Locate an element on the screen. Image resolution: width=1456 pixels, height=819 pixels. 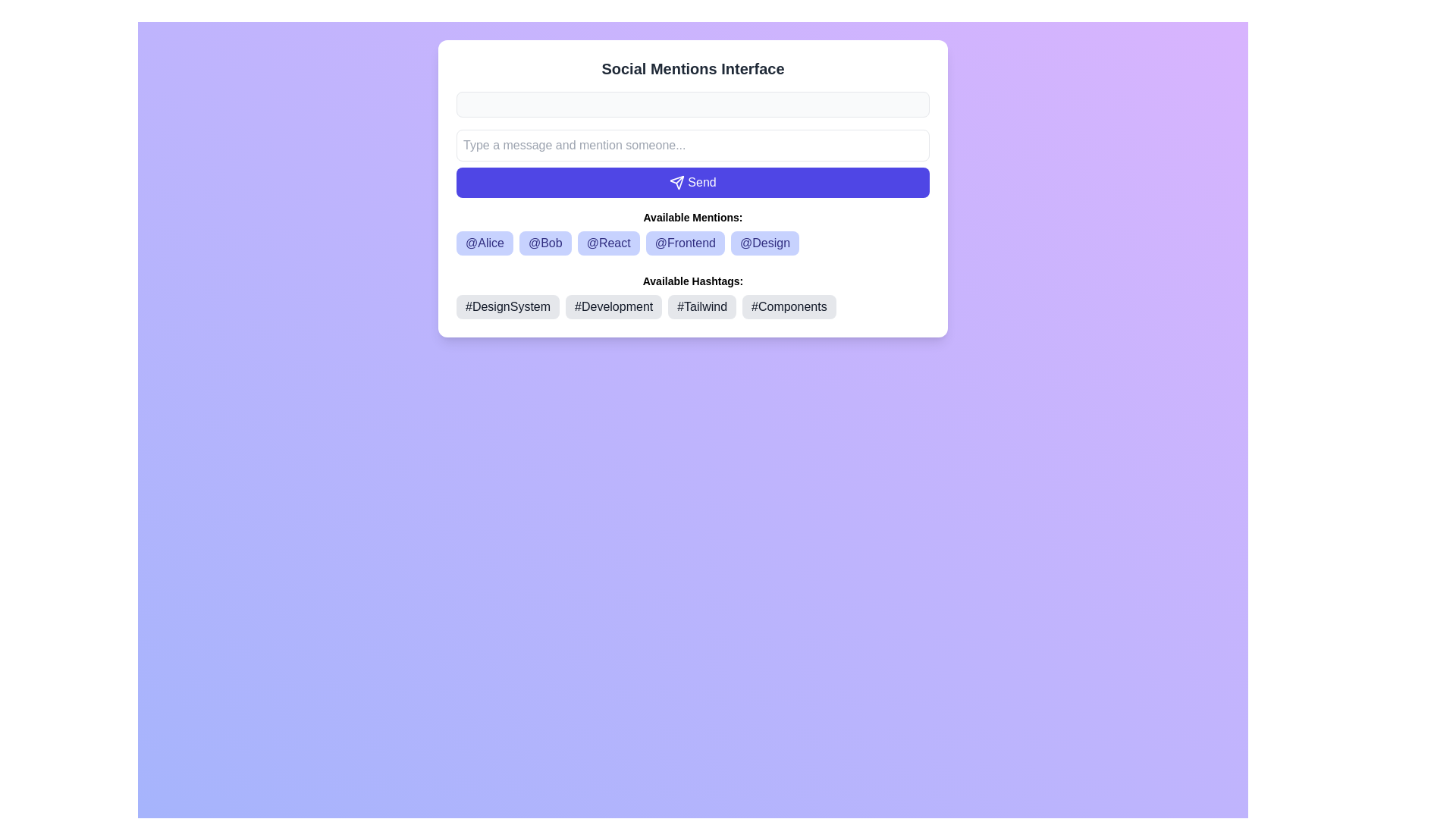
the selectable hashtag label representing 'Tailwind', which is the third item in a row of four hashtags displayed below the 'Available Hashtags:' heading is located at coordinates (701, 307).